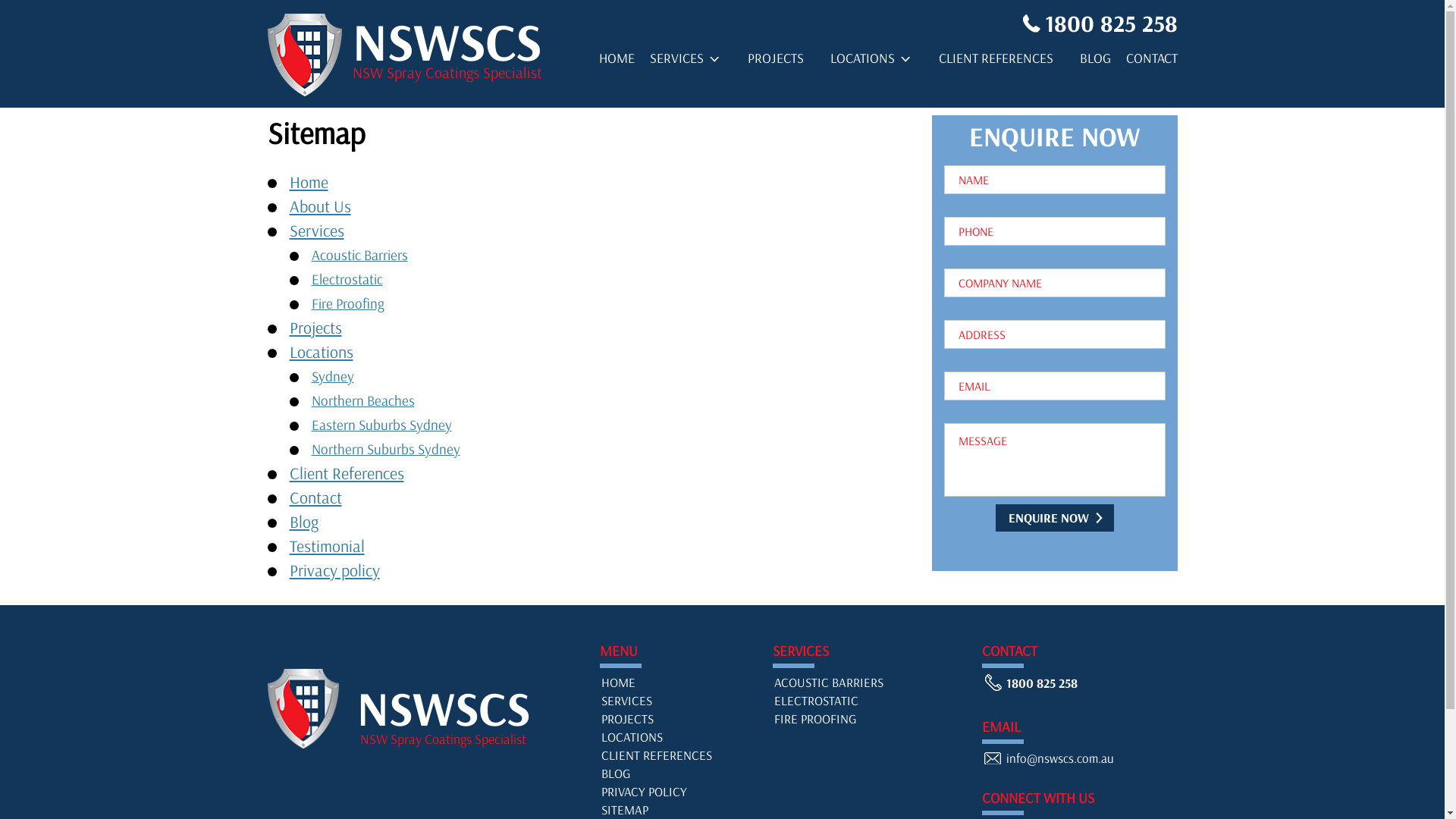  I want to click on 'SERVICES', so click(683, 59).